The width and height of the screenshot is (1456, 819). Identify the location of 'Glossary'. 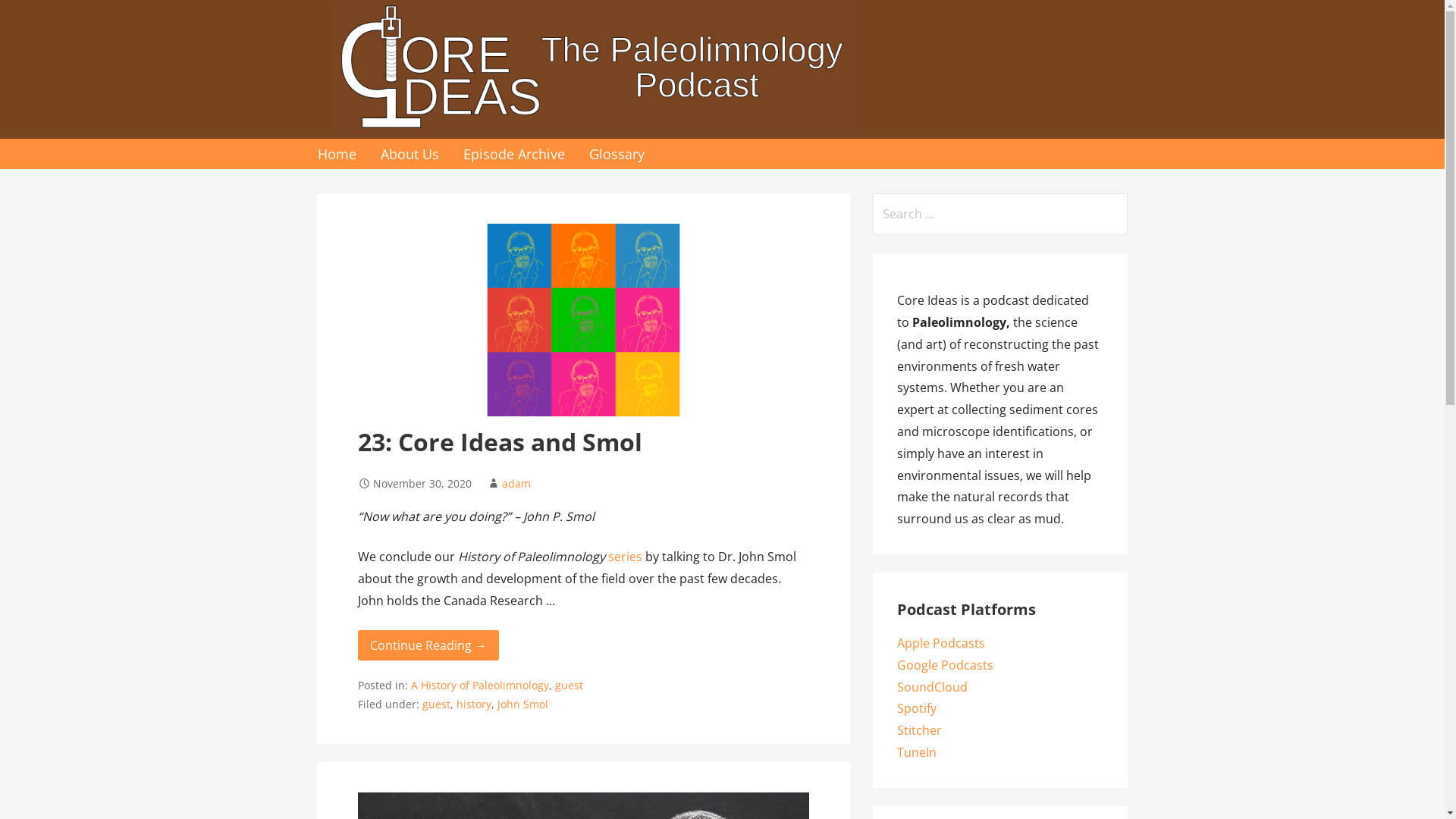
(616, 154).